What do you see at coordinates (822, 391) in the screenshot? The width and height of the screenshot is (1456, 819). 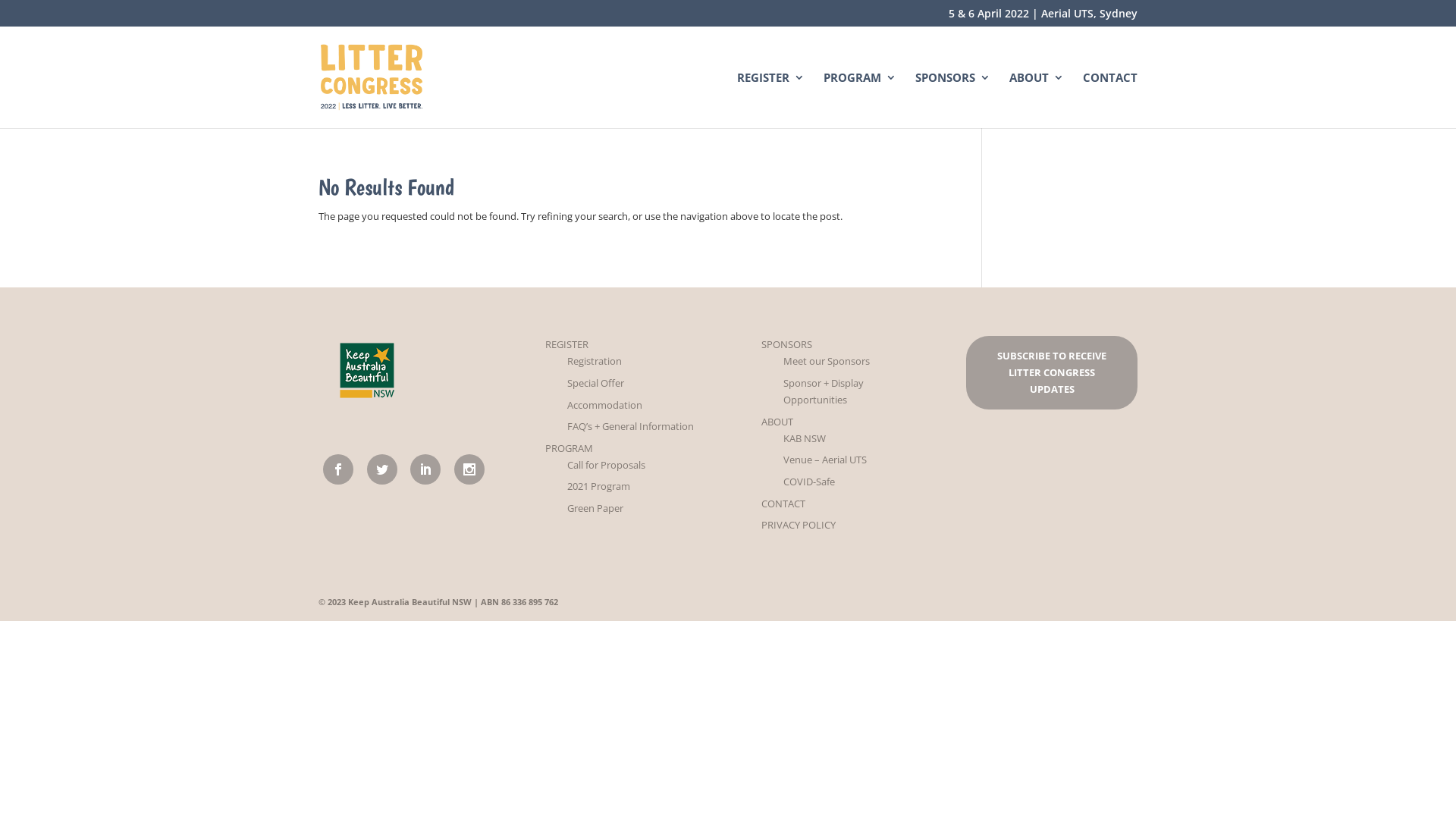 I see `'Sponsor + Display Opportunities'` at bounding box center [822, 391].